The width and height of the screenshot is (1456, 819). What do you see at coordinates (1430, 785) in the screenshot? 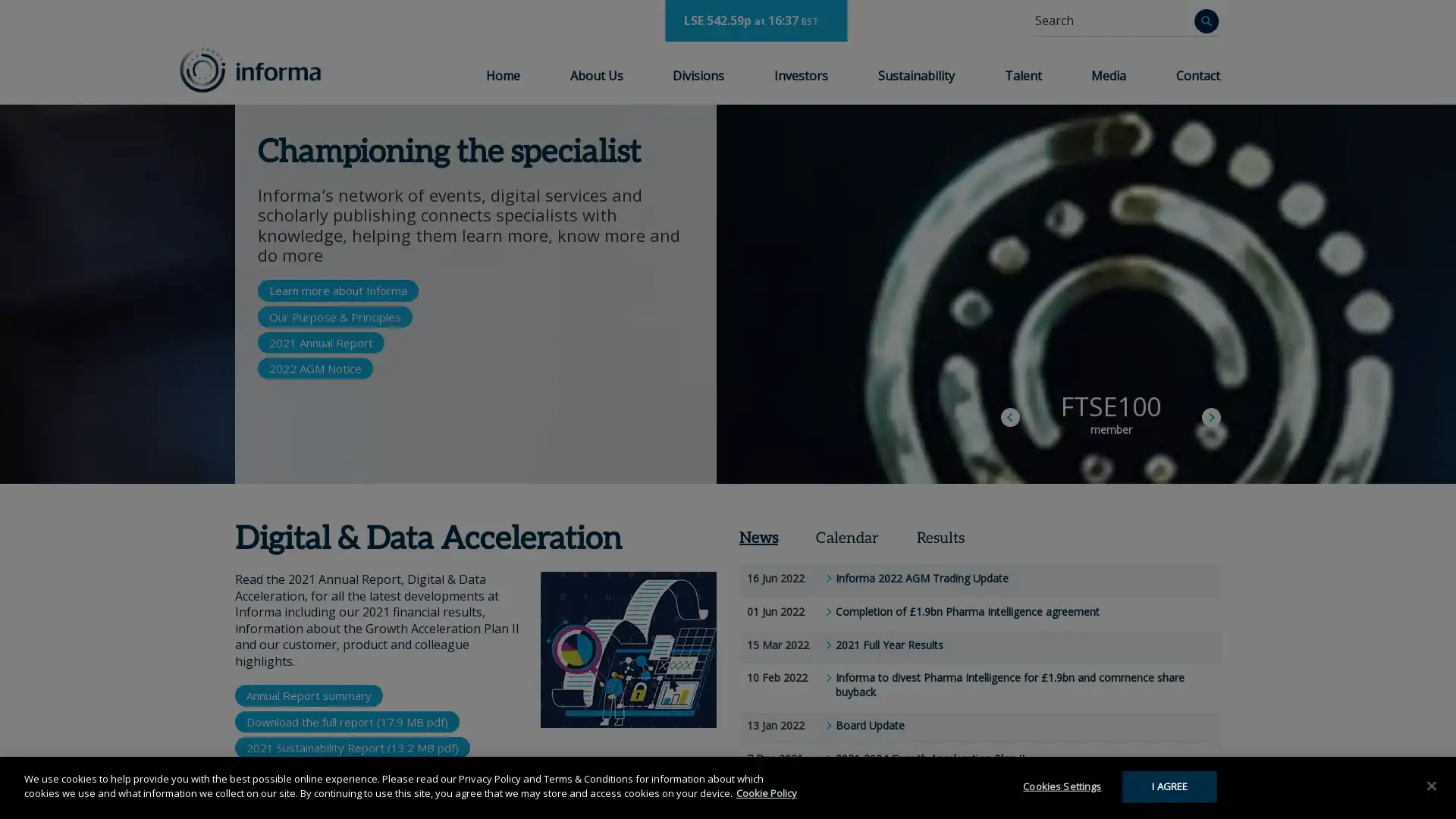
I see `Close` at bounding box center [1430, 785].